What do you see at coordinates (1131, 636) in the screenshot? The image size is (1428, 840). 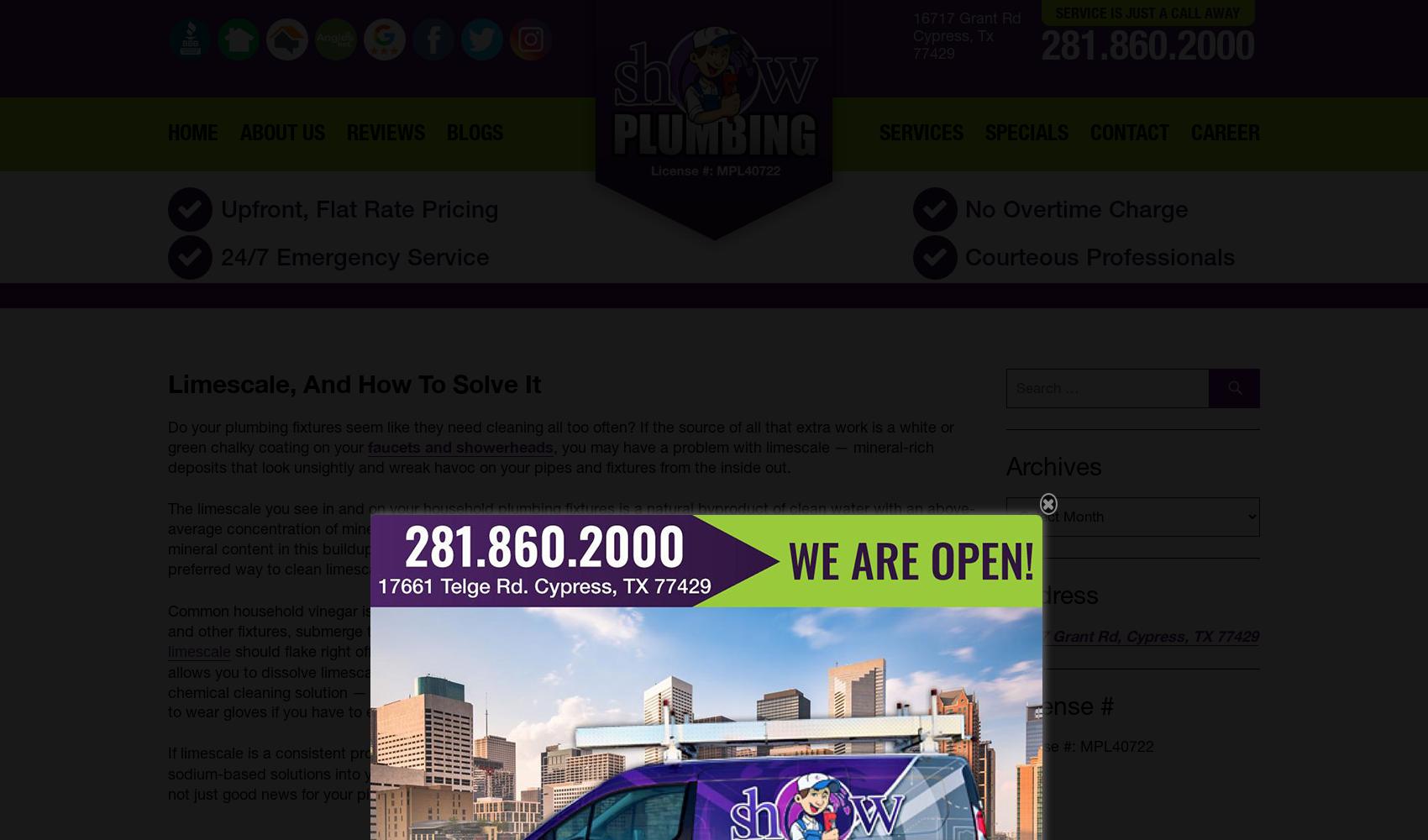 I see `'16717 Grant Rd, Cypress, TX 77429'` at bounding box center [1131, 636].